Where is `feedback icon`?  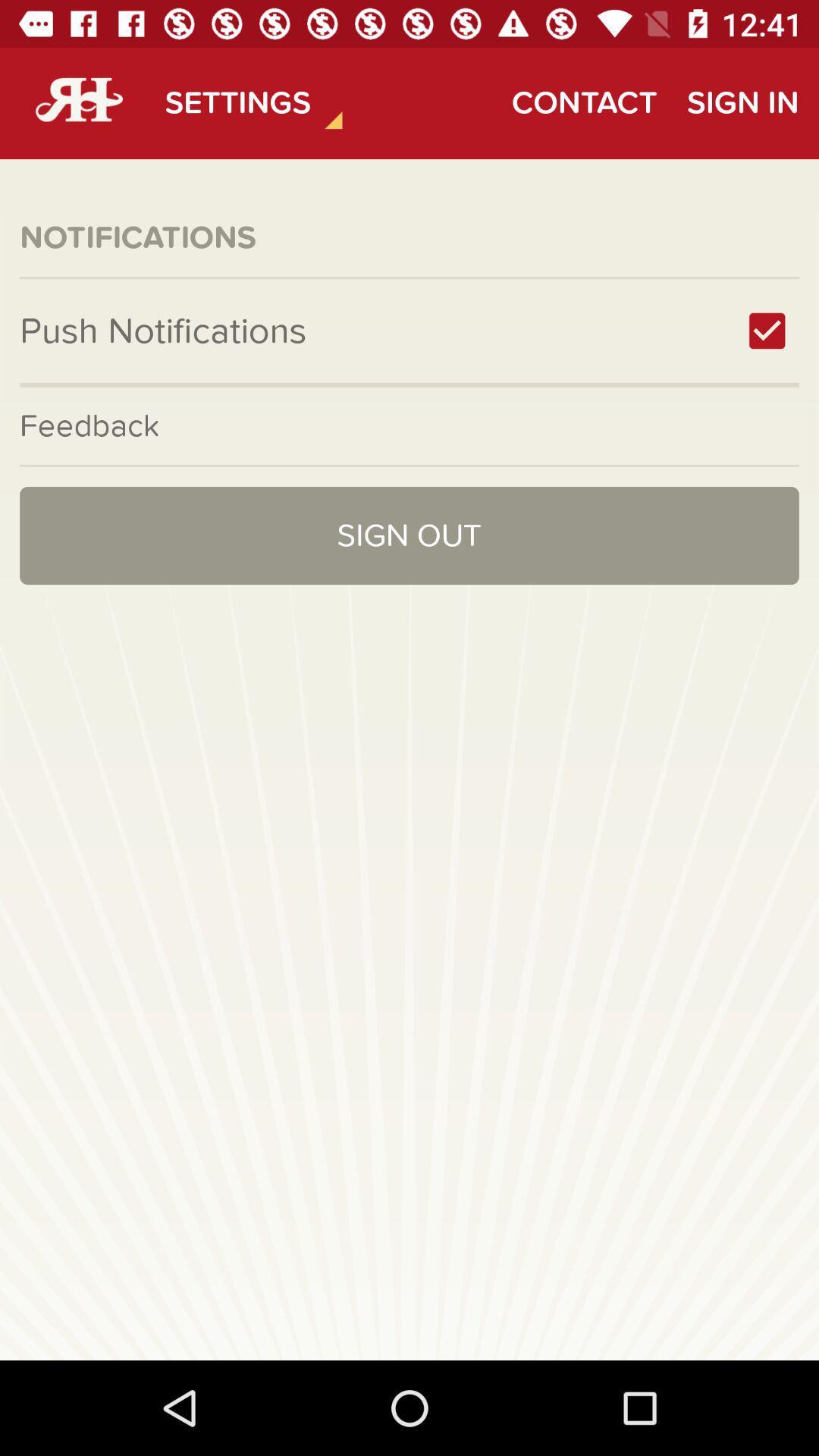 feedback icon is located at coordinates (409, 425).